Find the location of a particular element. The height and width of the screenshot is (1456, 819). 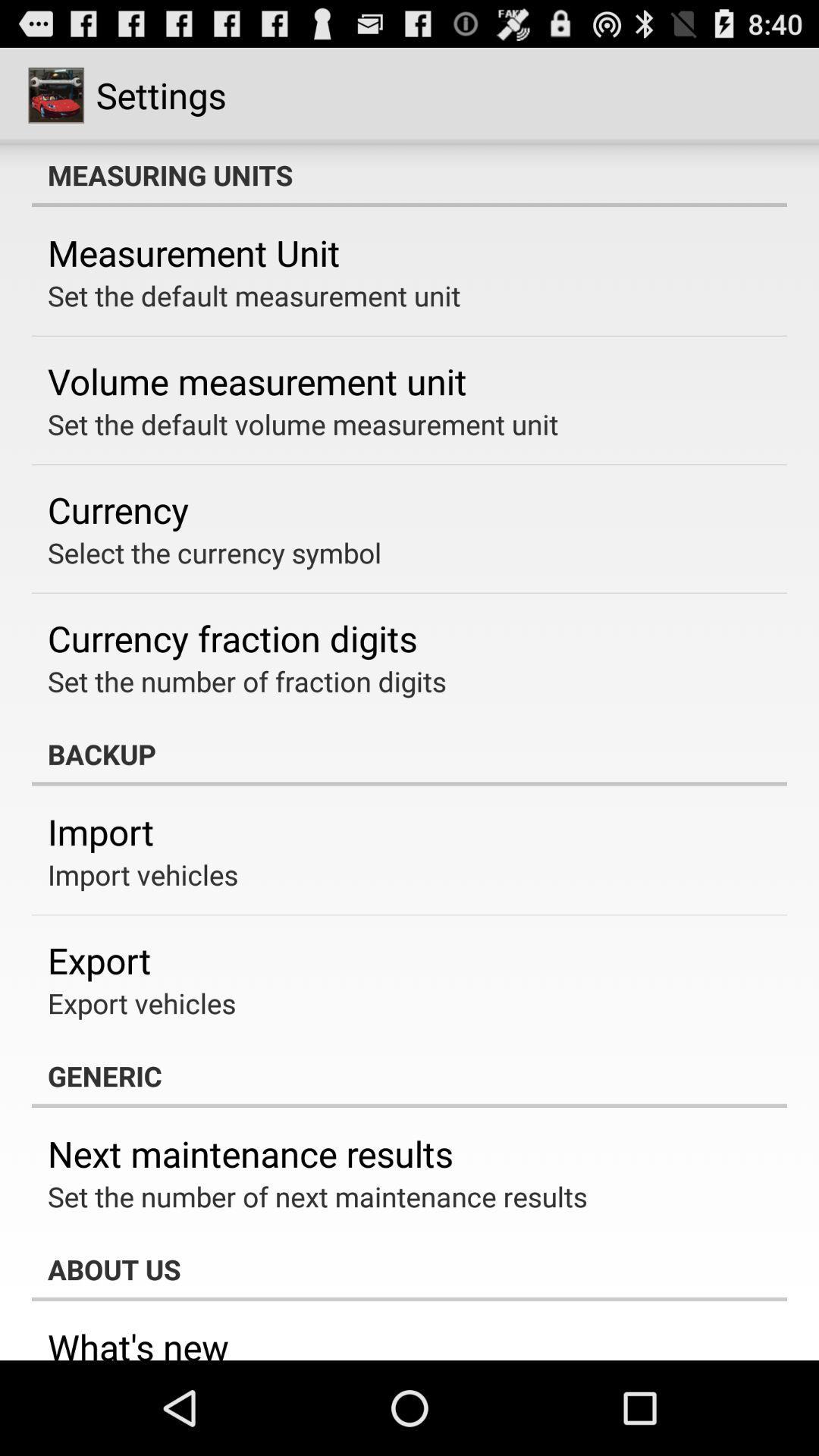

the select the currency item is located at coordinates (215, 552).